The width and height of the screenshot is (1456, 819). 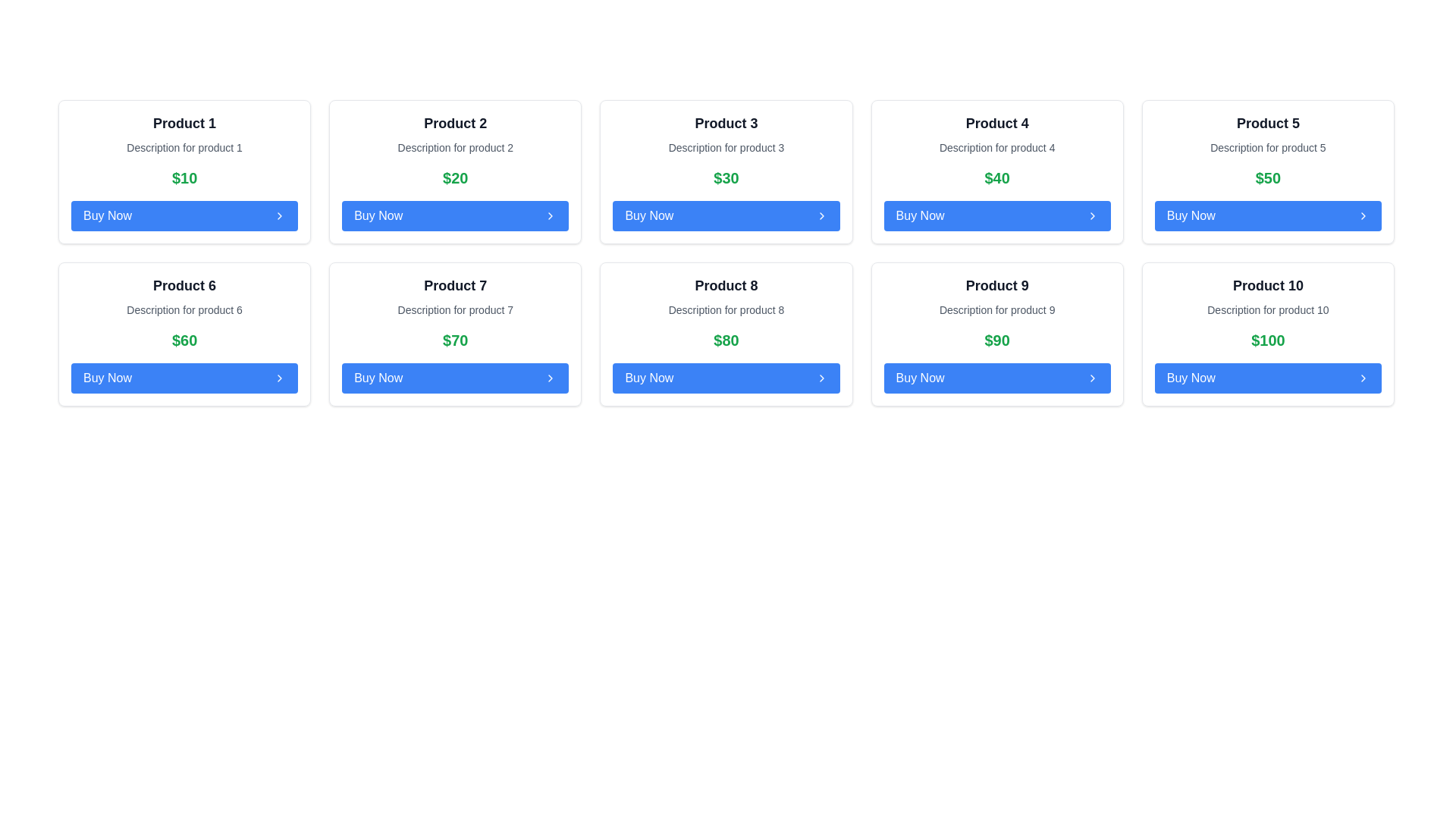 What do you see at coordinates (1092, 377) in the screenshot?
I see `the right-pointing chevron icon located at the rightmost side of the 'Buy Now' button for 'Product 9'` at bounding box center [1092, 377].